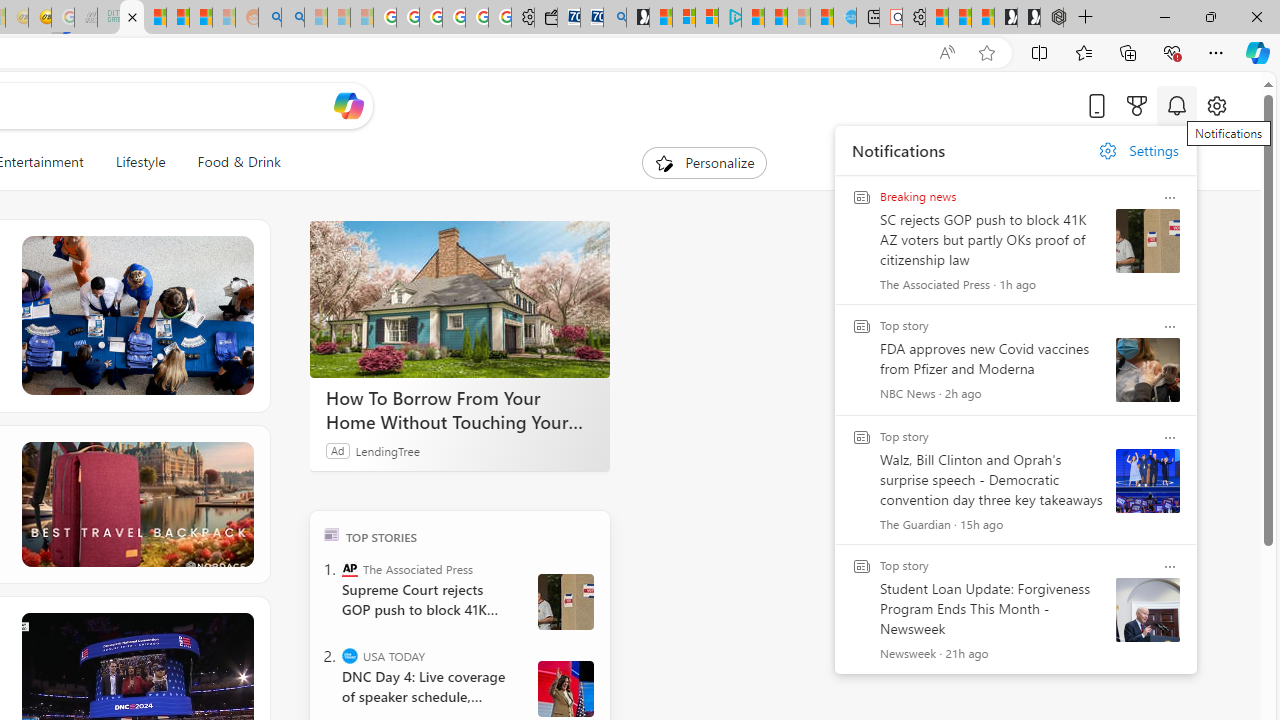  What do you see at coordinates (614, 17) in the screenshot?
I see `'Bing Real Estate - Home sales and rental listings'` at bounding box center [614, 17].